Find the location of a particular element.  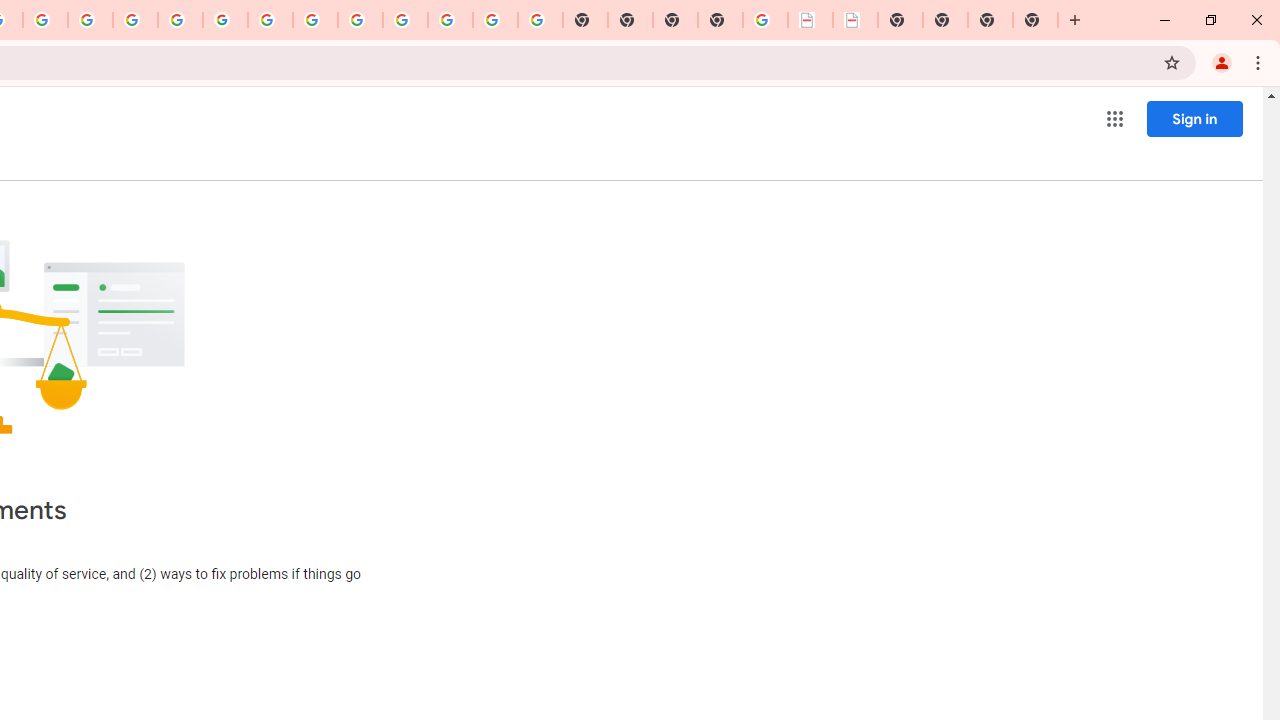

'Google Images' is located at coordinates (540, 20).